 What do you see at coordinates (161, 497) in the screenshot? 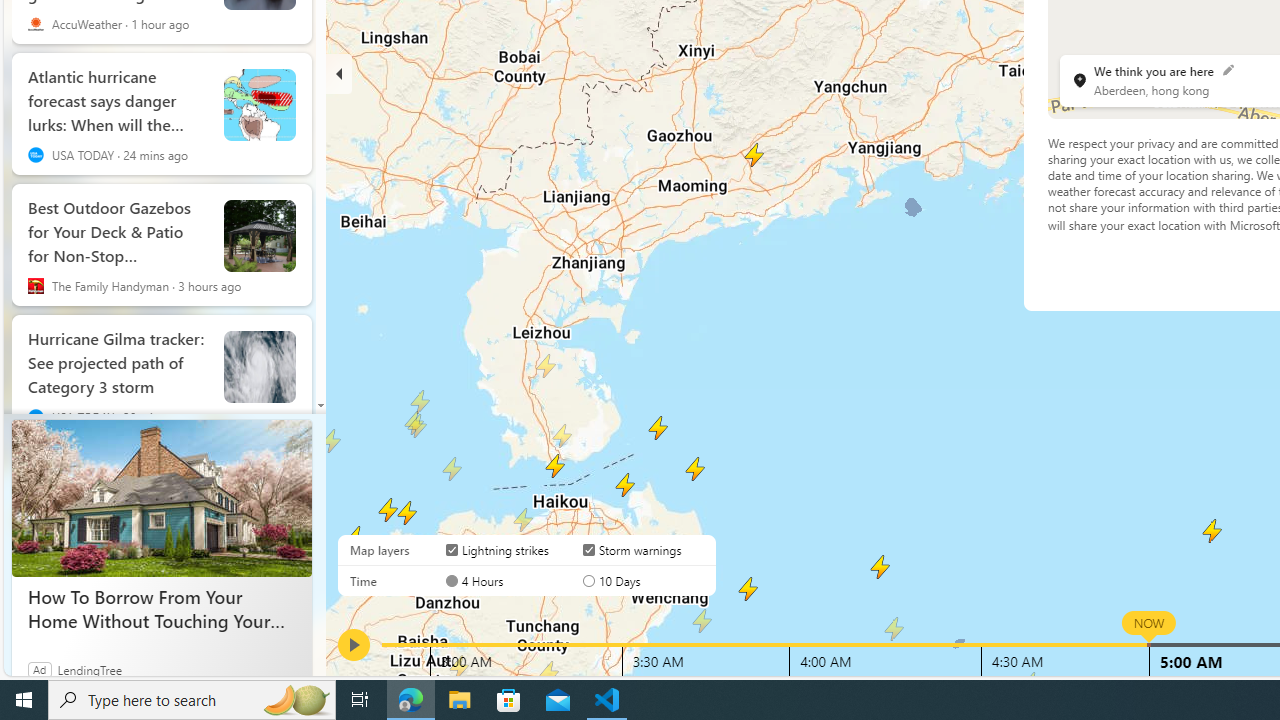
I see `'How To Borrow From Your Home Without Touching Your Mortgage'` at bounding box center [161, 497].